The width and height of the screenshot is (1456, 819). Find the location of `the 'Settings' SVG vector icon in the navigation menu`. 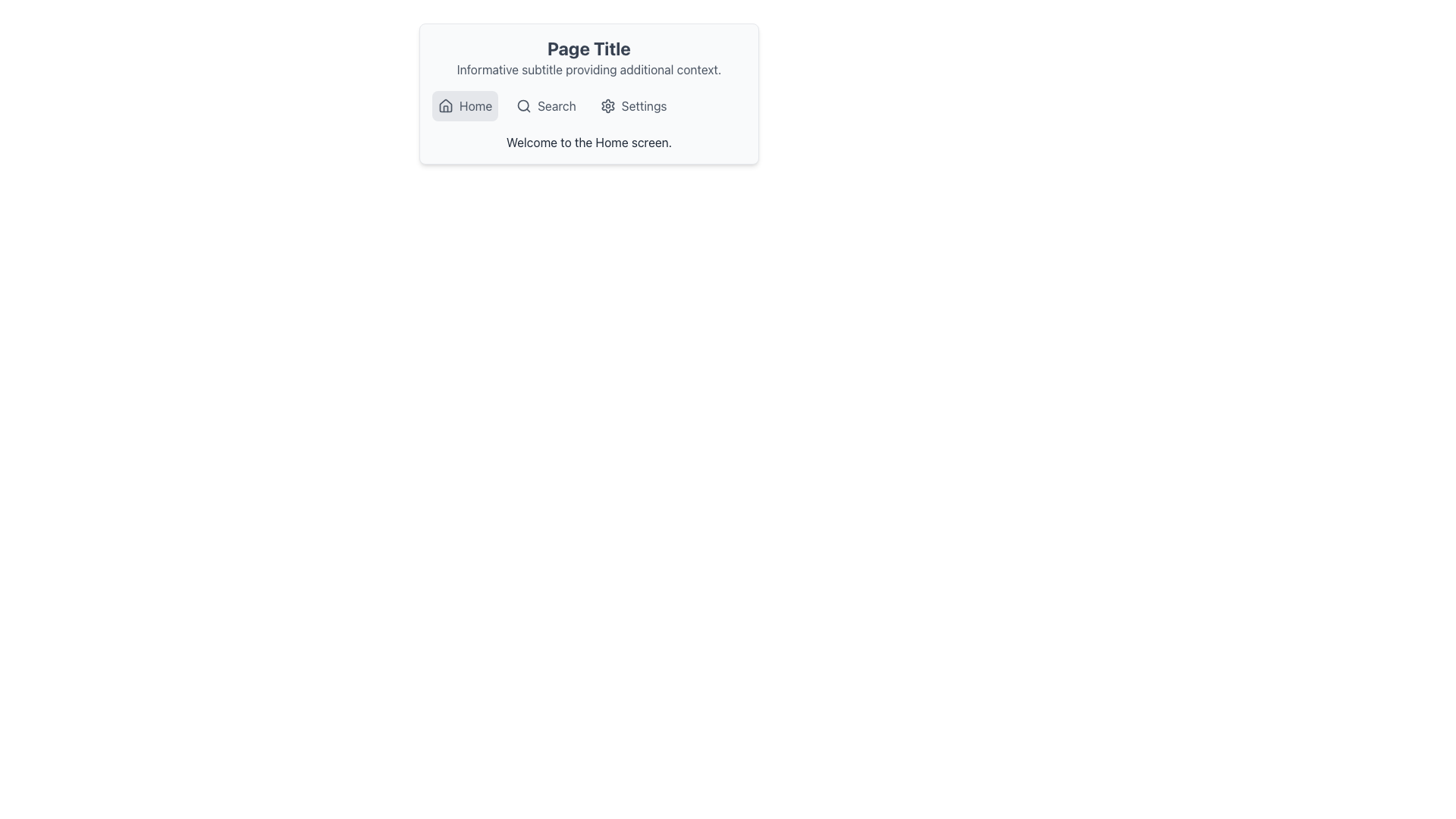

the 'Settings' SVG vector icon in the navigation menu is located at coordinates (607, 105).